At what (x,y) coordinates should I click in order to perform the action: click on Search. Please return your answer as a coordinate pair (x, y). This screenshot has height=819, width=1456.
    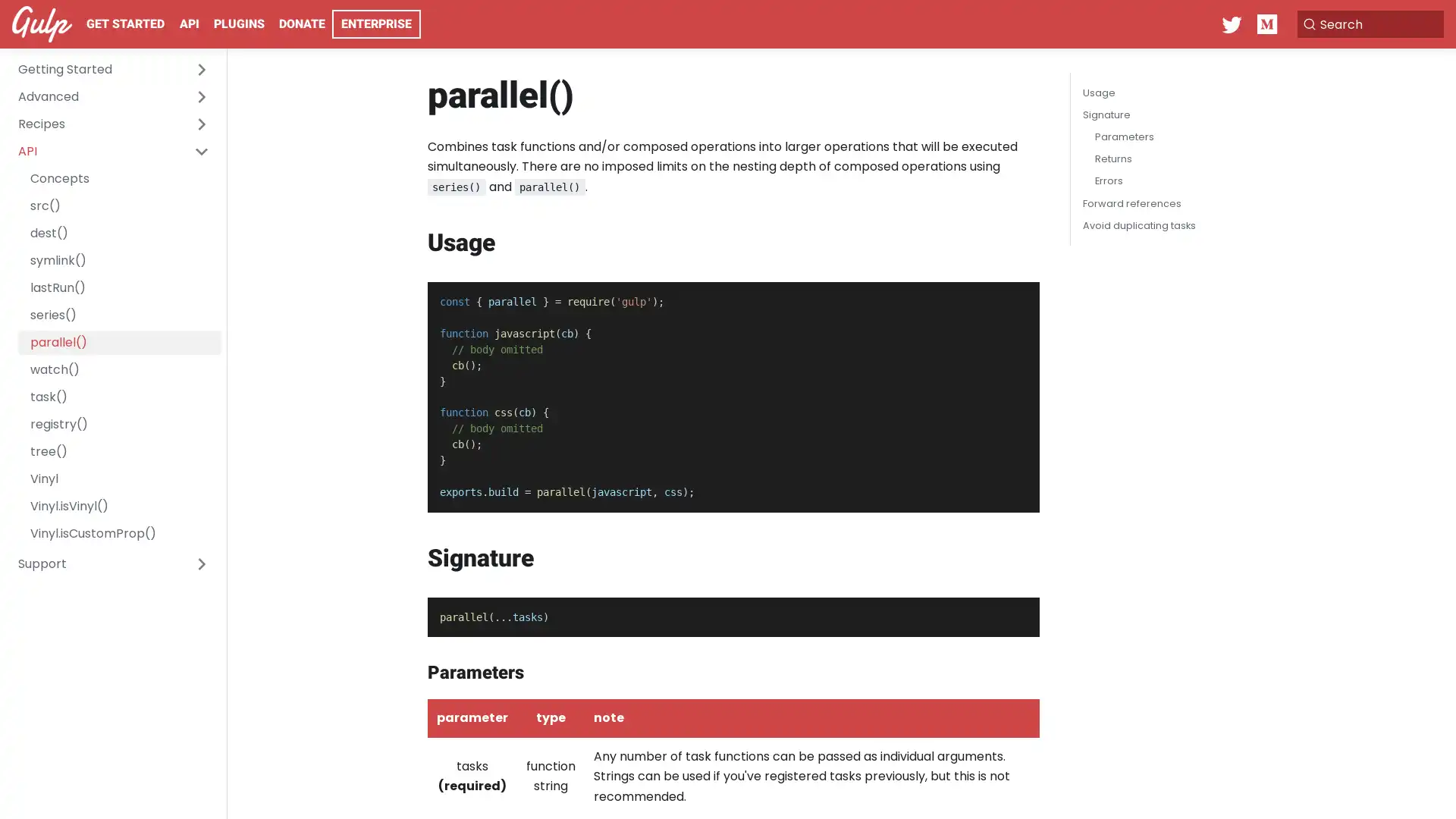
    Looking at the image, I should click on (1368, 24).